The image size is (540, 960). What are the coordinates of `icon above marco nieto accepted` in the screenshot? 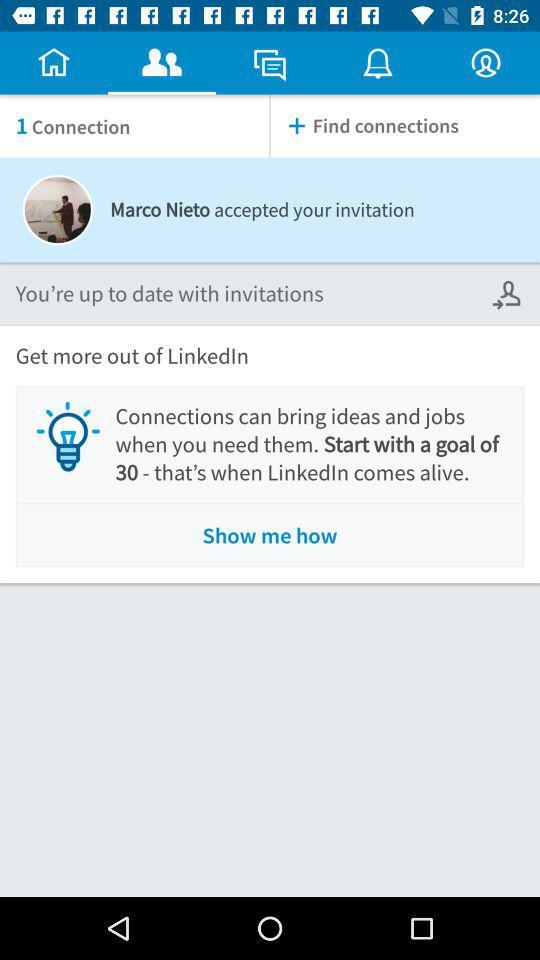 It's located at (405, 125).